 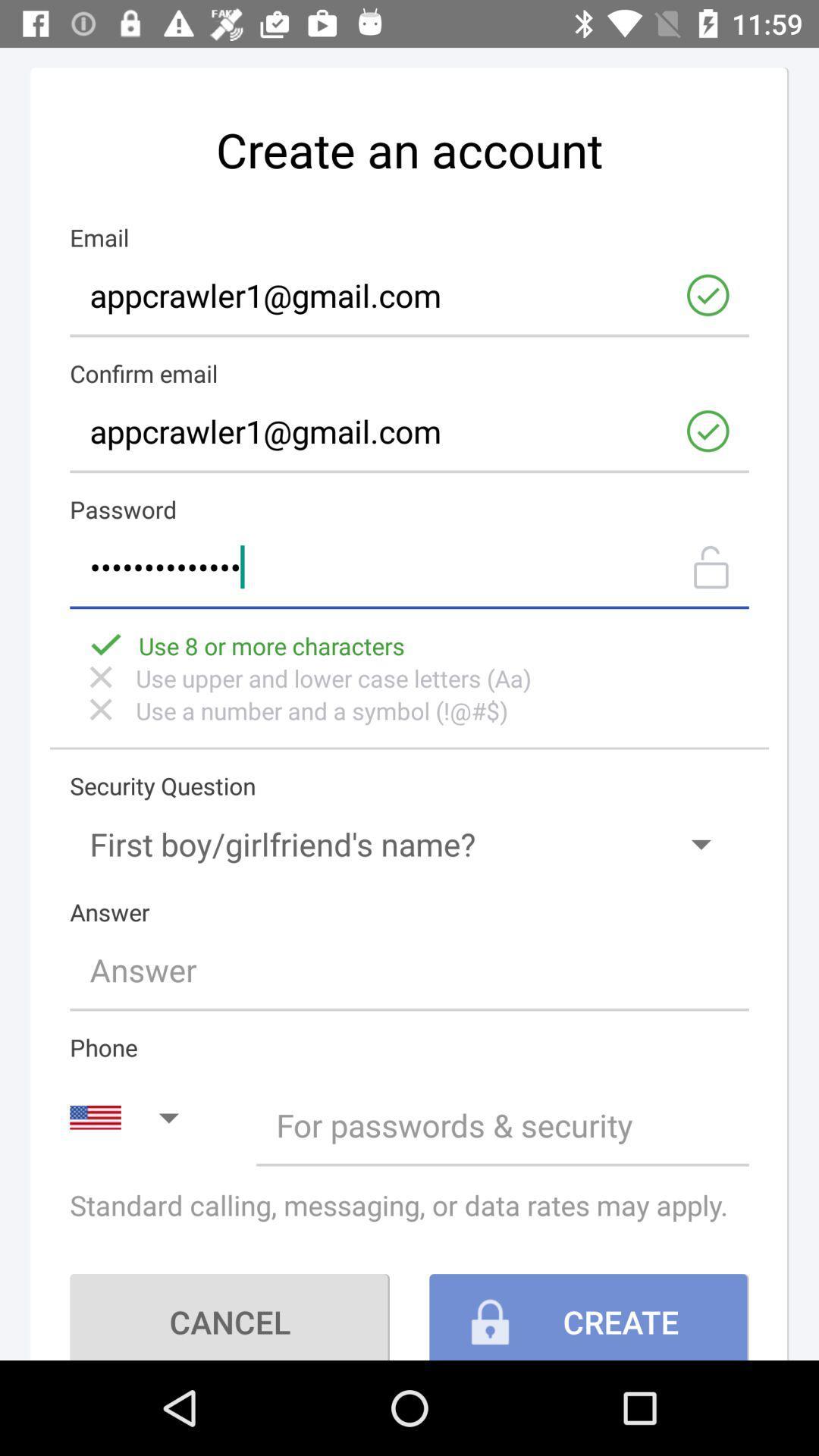 What do you see at coordinates (503, 1125) in the screenshot?
I see `setting to privacy` at bounding box center [503, 1125].